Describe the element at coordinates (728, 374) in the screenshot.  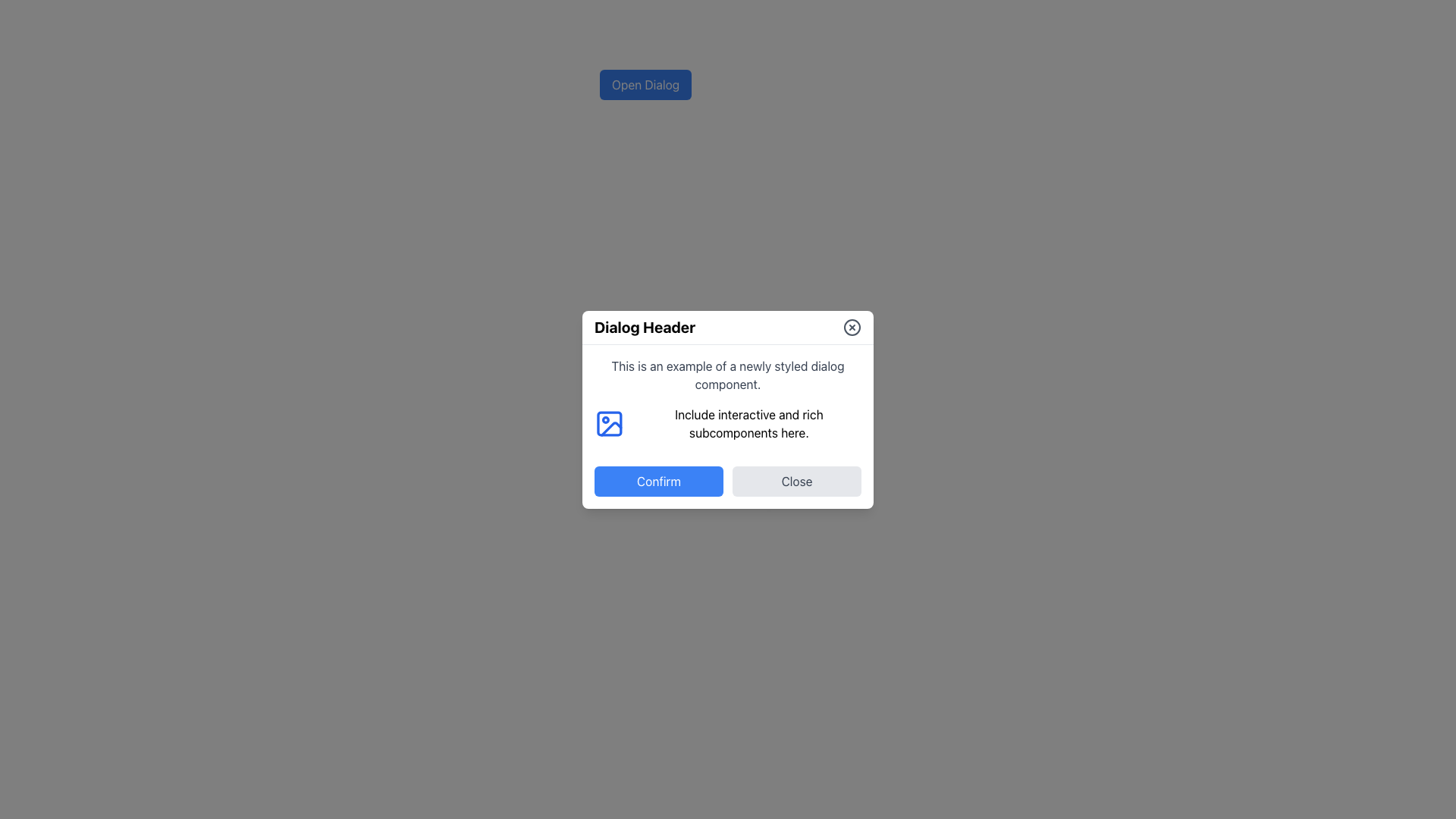
I see `text displayed in the text display element located at the top of the dialog content area, directly below the dialog header` at that location.